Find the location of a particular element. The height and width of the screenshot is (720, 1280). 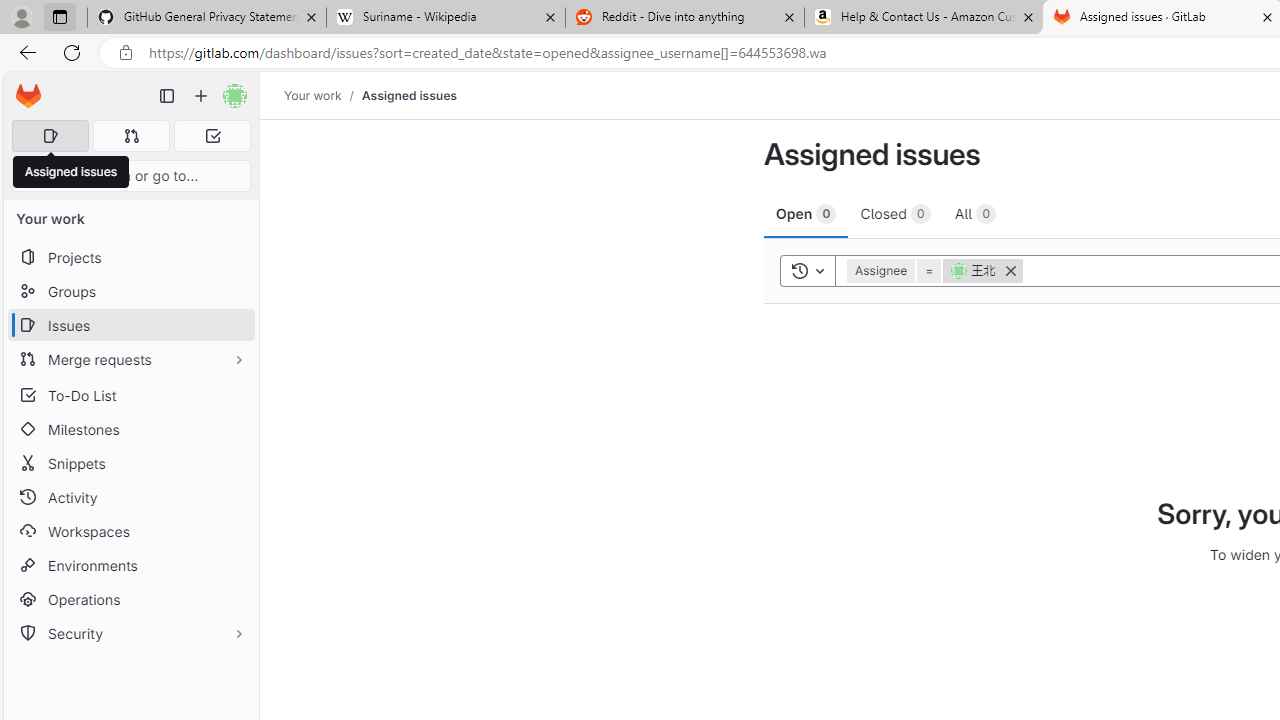

'Toggle history' is located at coordinates (807, 270).